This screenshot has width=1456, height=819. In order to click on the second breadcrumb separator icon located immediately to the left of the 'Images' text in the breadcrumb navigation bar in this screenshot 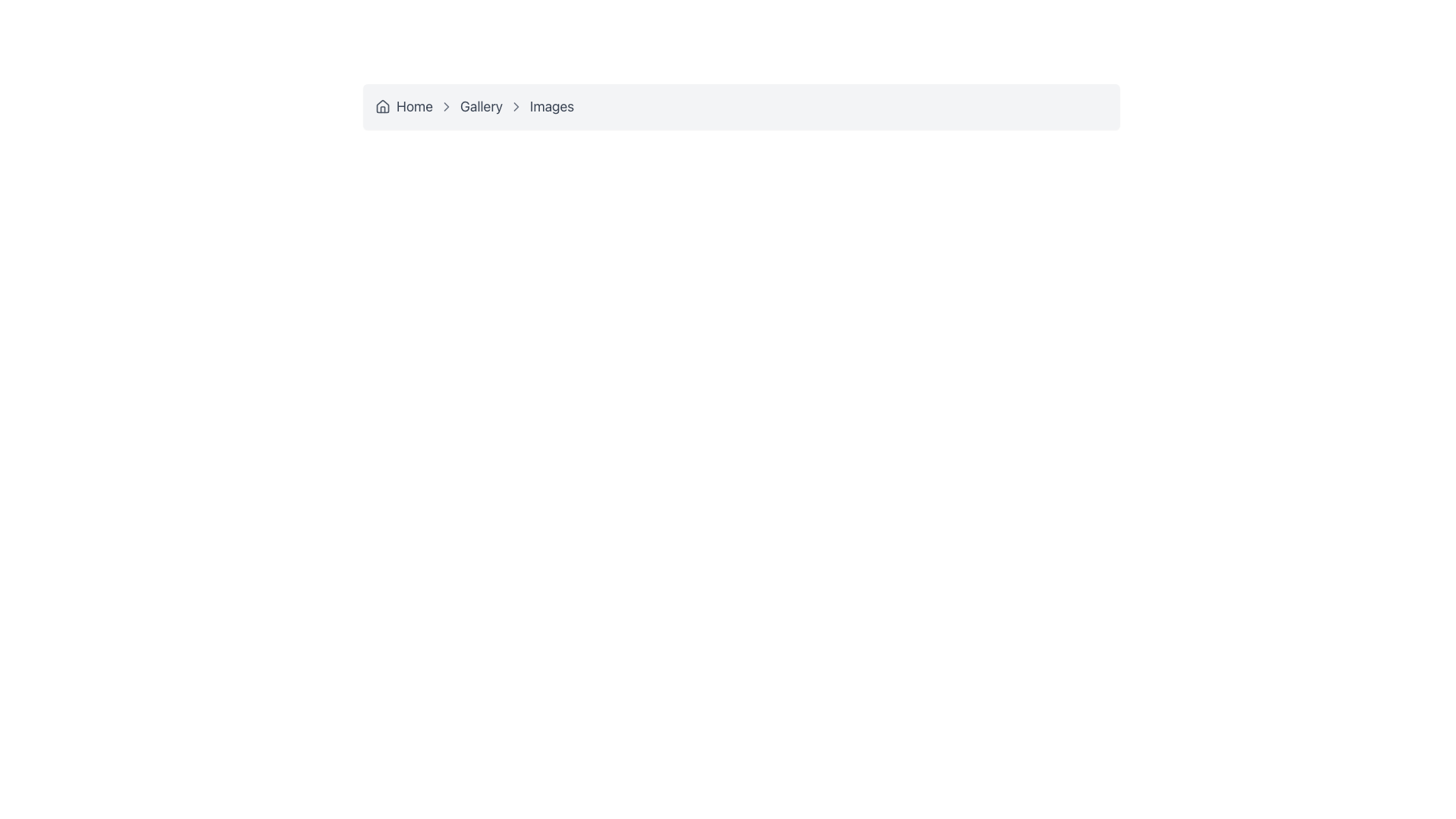, I will do `click(516, 106)`.